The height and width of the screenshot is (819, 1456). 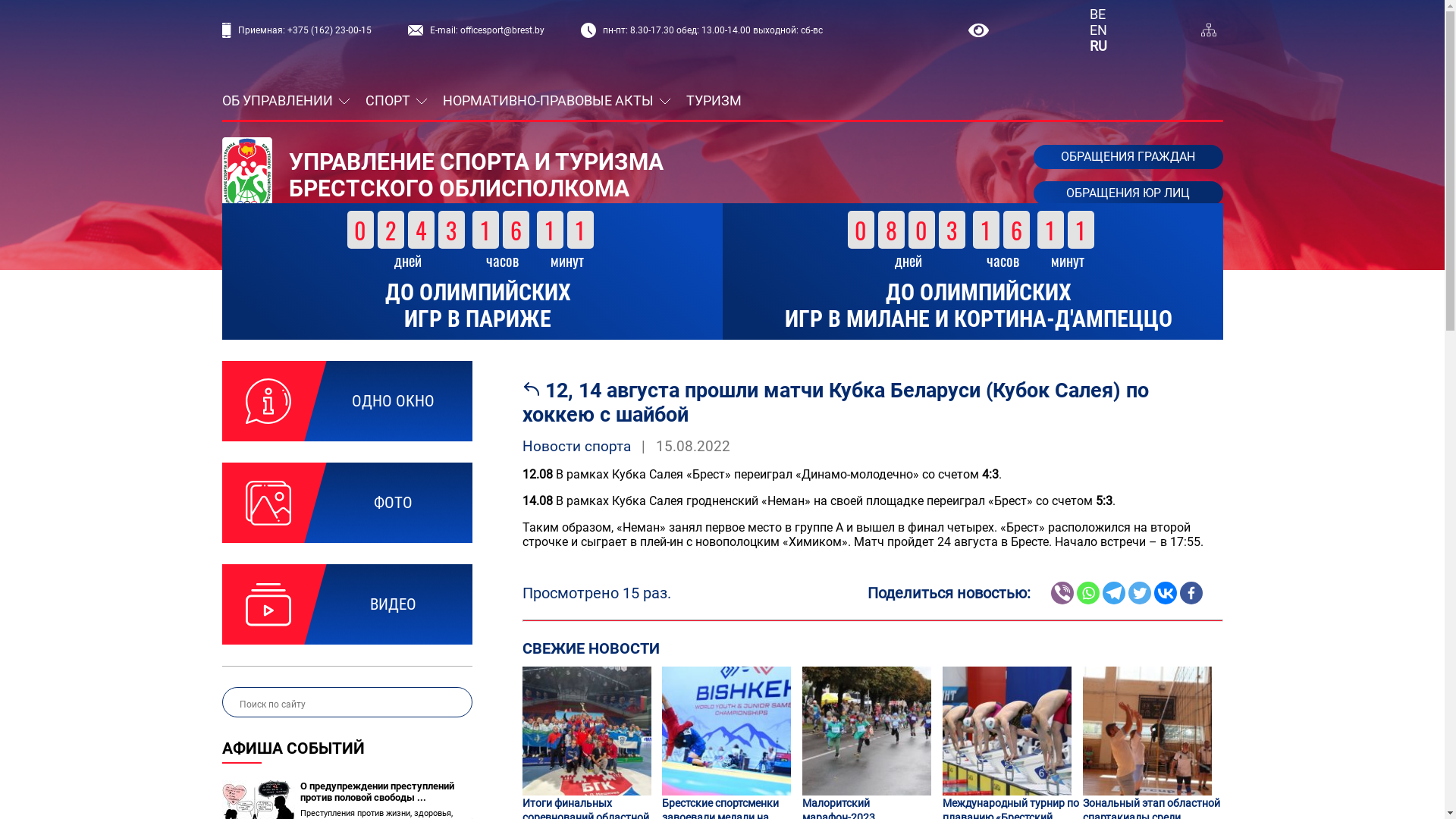 What do you see at coordinates (1139, 592) in the screenshot?
I see `'Twitter'` at bounding box center [1139, 592].